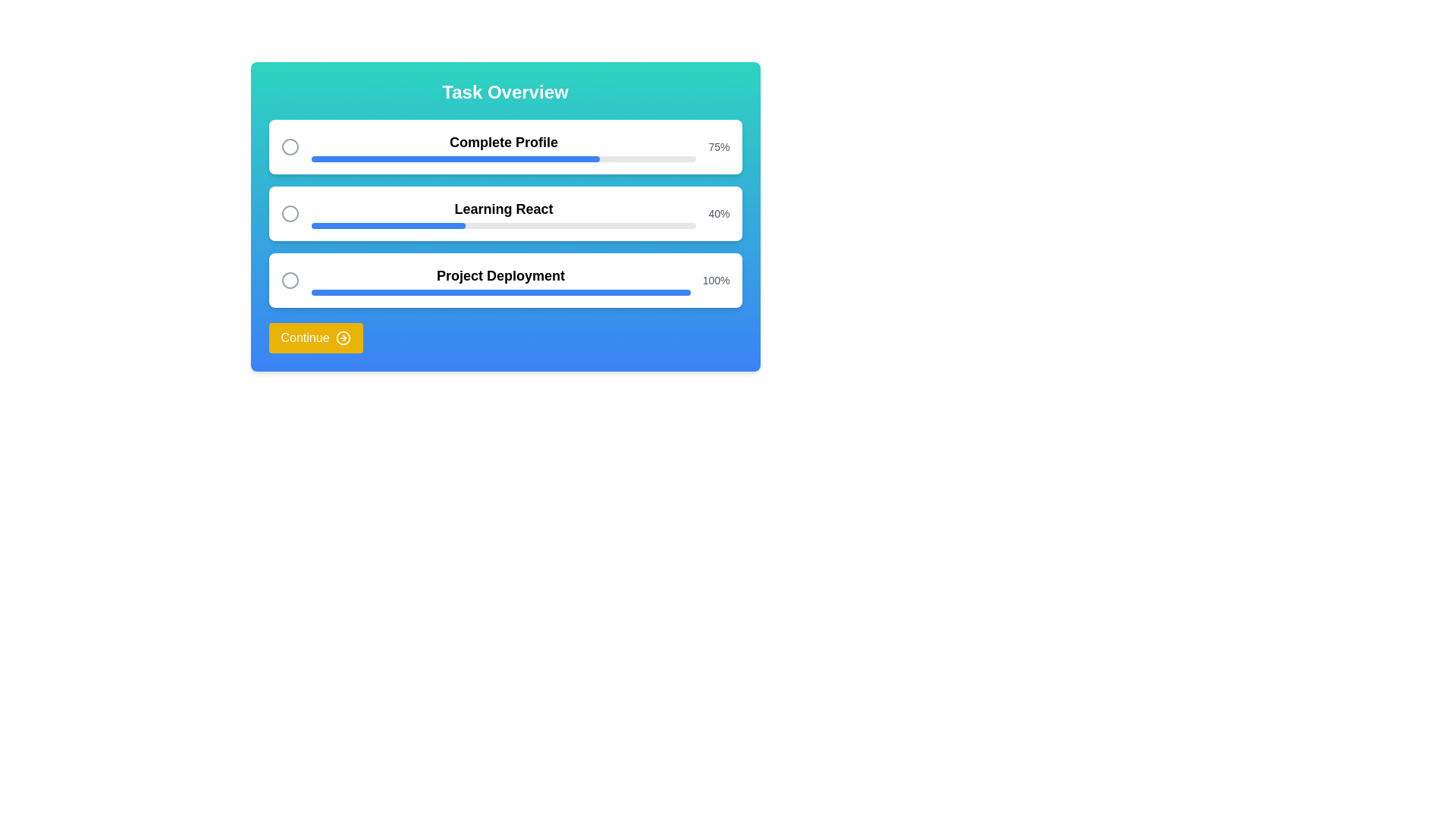 The width and height of the screenshot is (1456, 819). Describe the element at coordinates (504, 158) in the screenshot. I see `the progress bar indicating 75% completion of the 'Complete Profile' task, located below the 'Complete Profile' text in the first progress bar section` at that location.